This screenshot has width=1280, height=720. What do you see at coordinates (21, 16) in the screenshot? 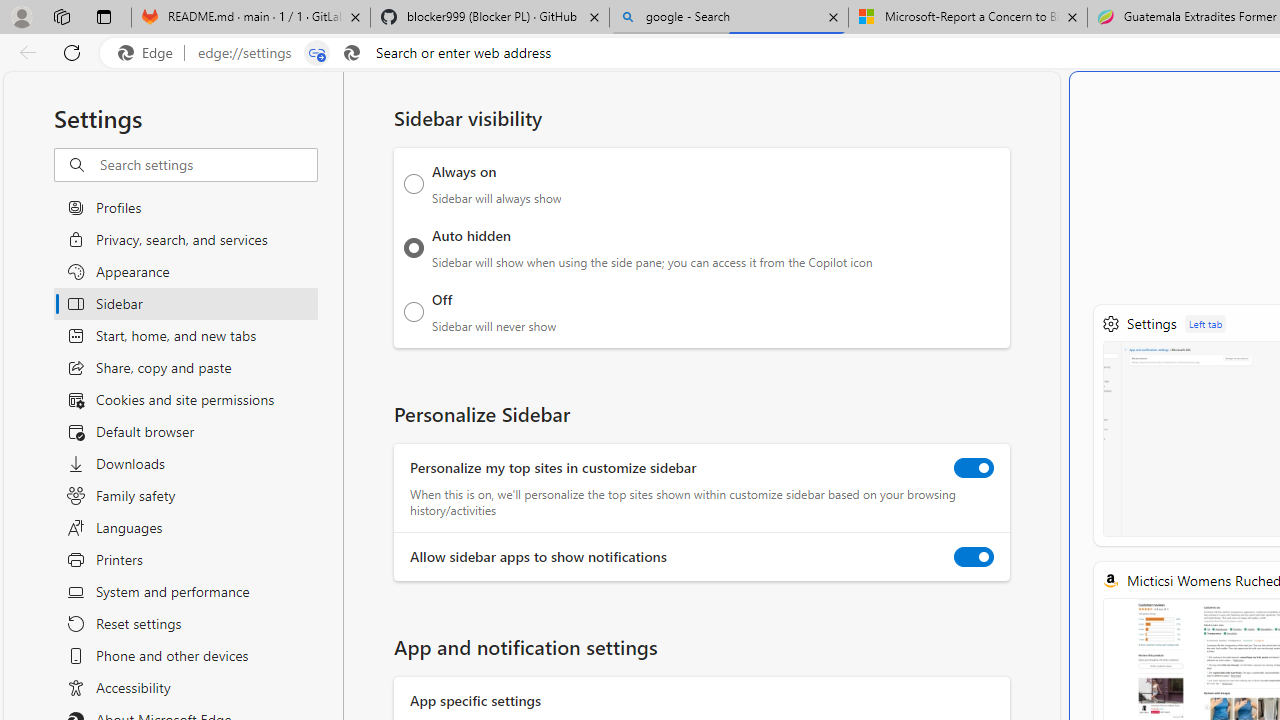
I see `'Personal Profile'` at bounding box center [21, 16].